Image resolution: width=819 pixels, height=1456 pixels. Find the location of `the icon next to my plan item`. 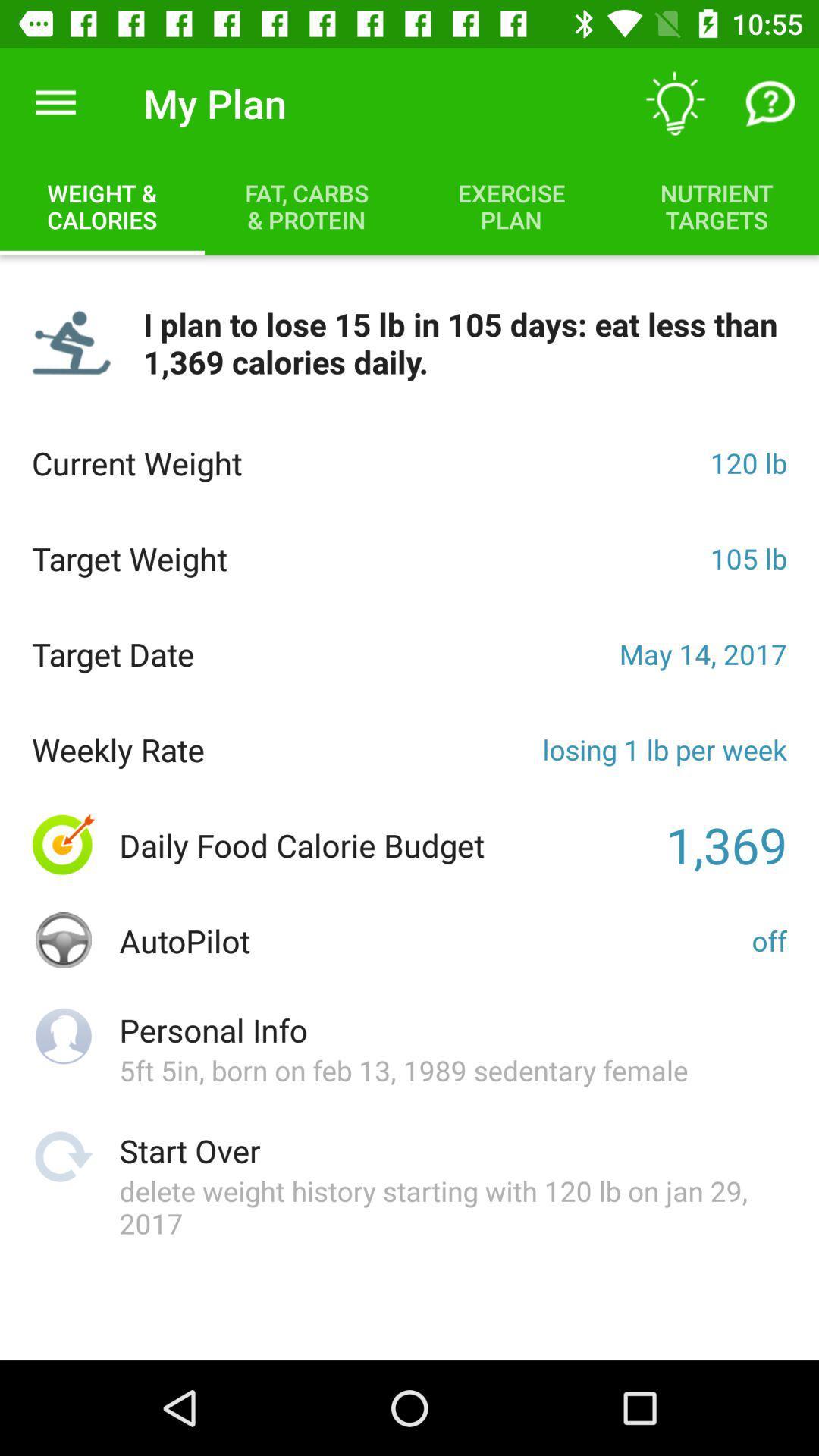

the icon next to my plan item is located at coordinates (55, 102).